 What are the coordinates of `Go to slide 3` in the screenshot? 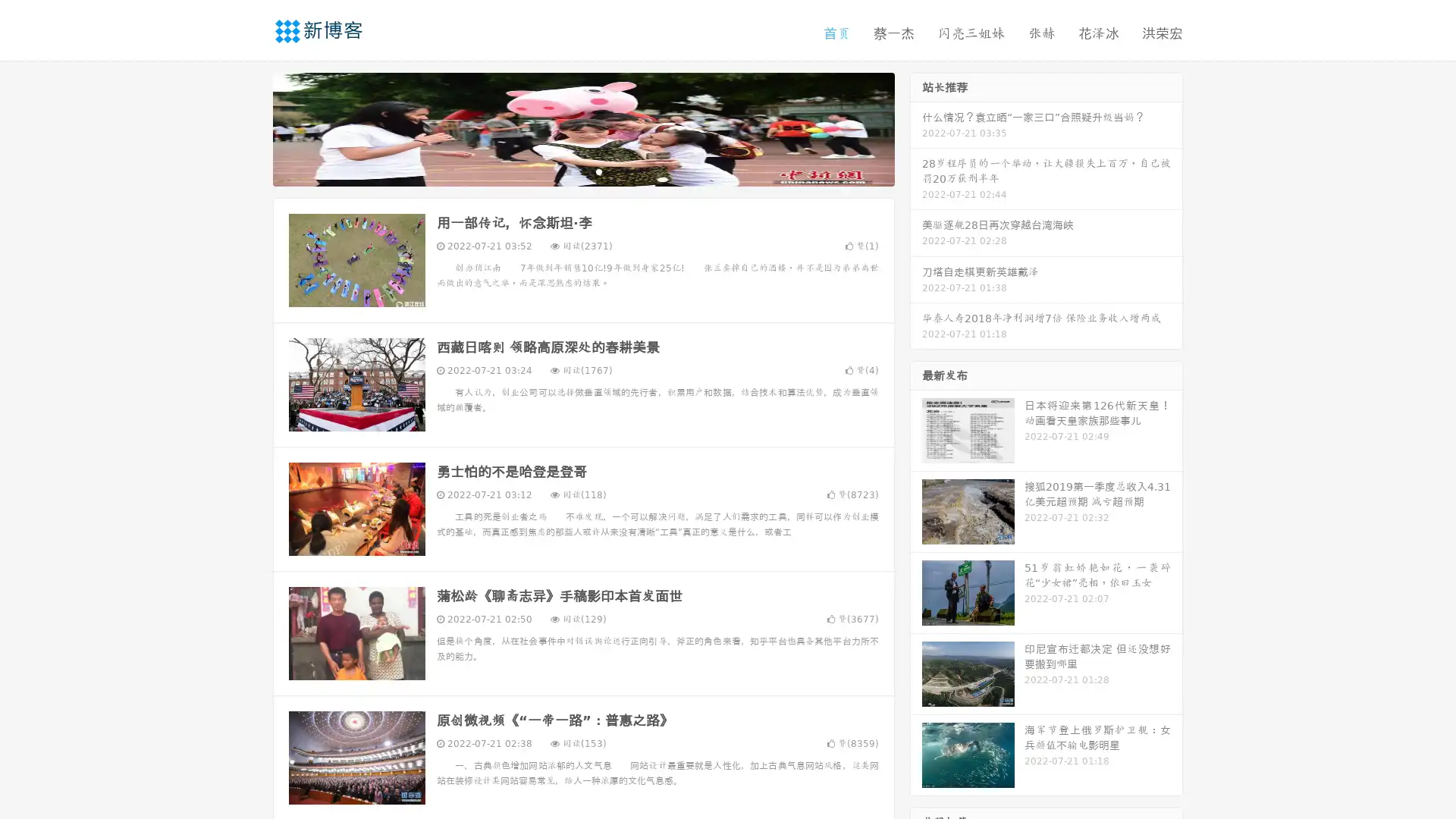 It's located at (598, 171).